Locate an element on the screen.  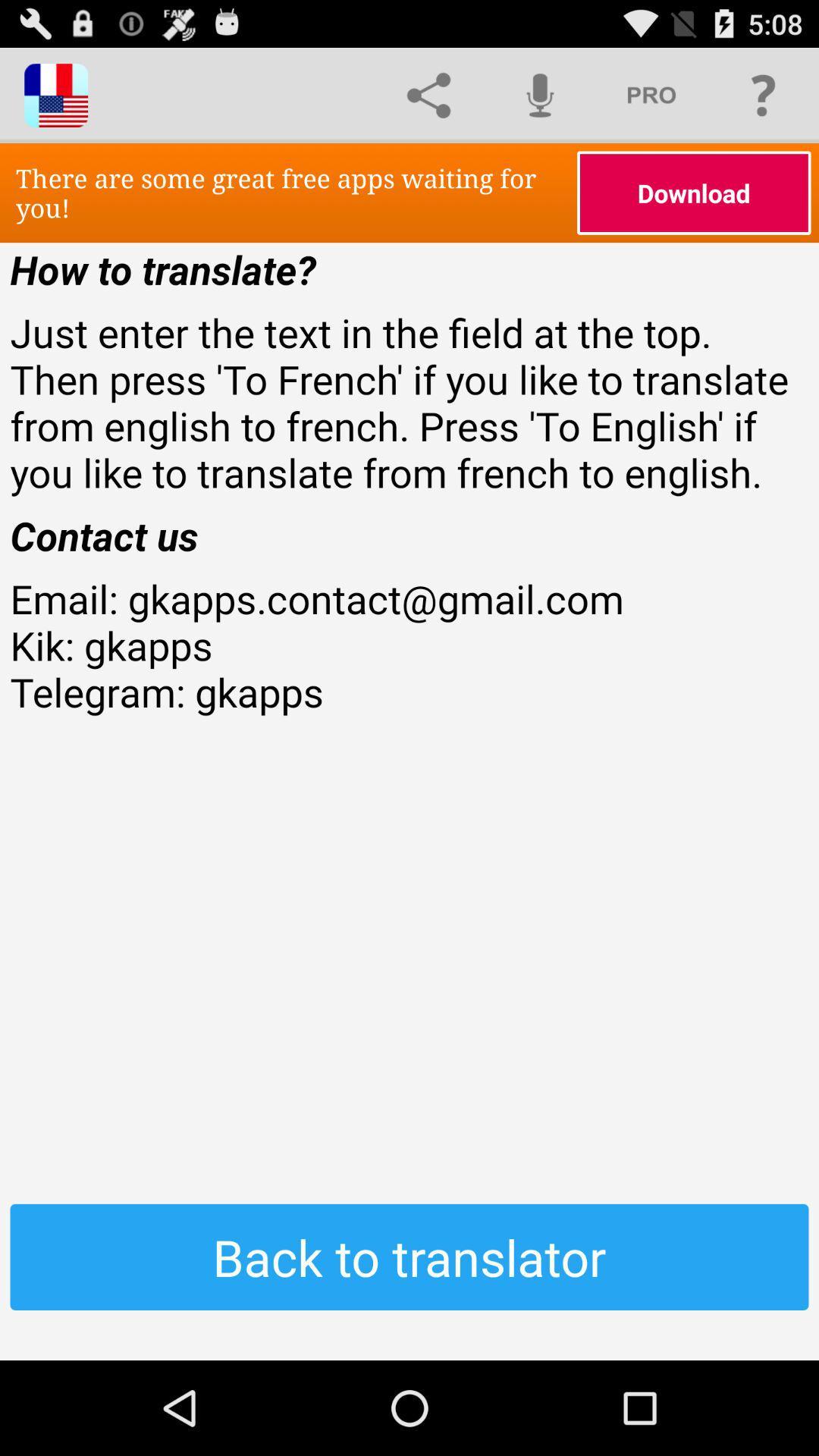
the email gkapps contact is located at coordinates (409, 691).